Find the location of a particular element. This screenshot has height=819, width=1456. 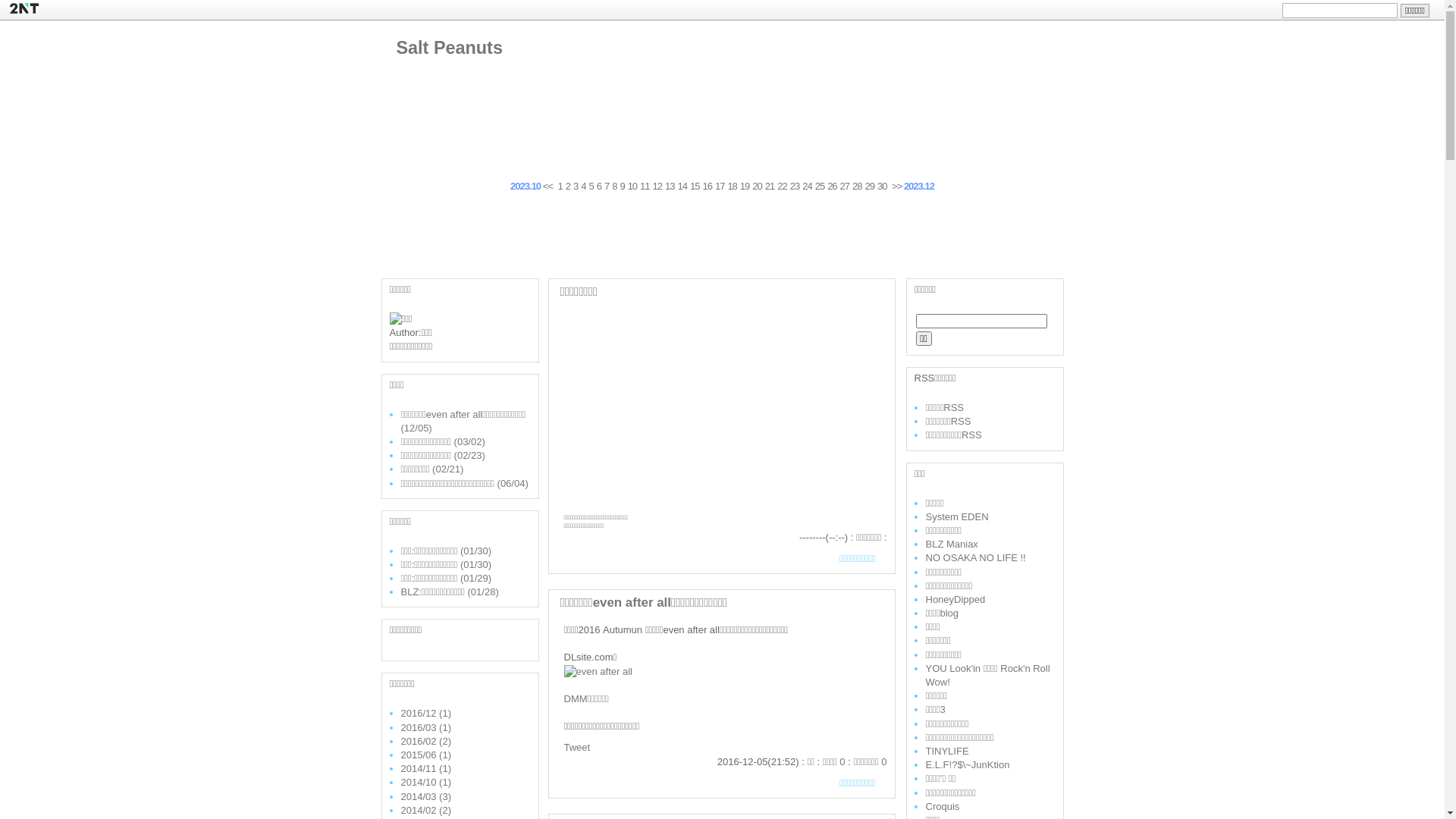

'2014/03 (3)' is located at coordinates (425, 795).